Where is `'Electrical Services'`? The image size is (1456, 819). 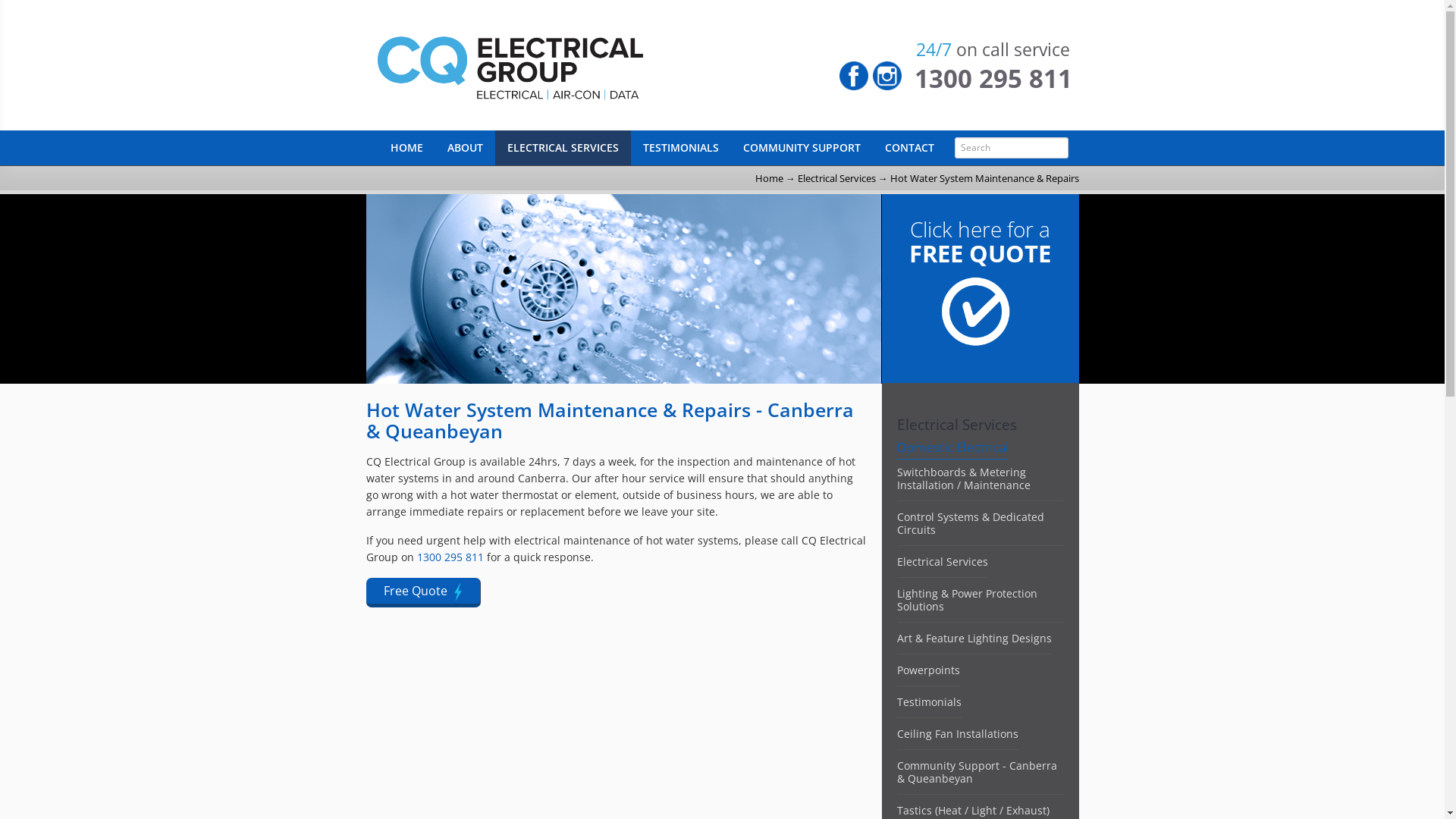 'Electrical Services' is located at coordinates (896, 561).